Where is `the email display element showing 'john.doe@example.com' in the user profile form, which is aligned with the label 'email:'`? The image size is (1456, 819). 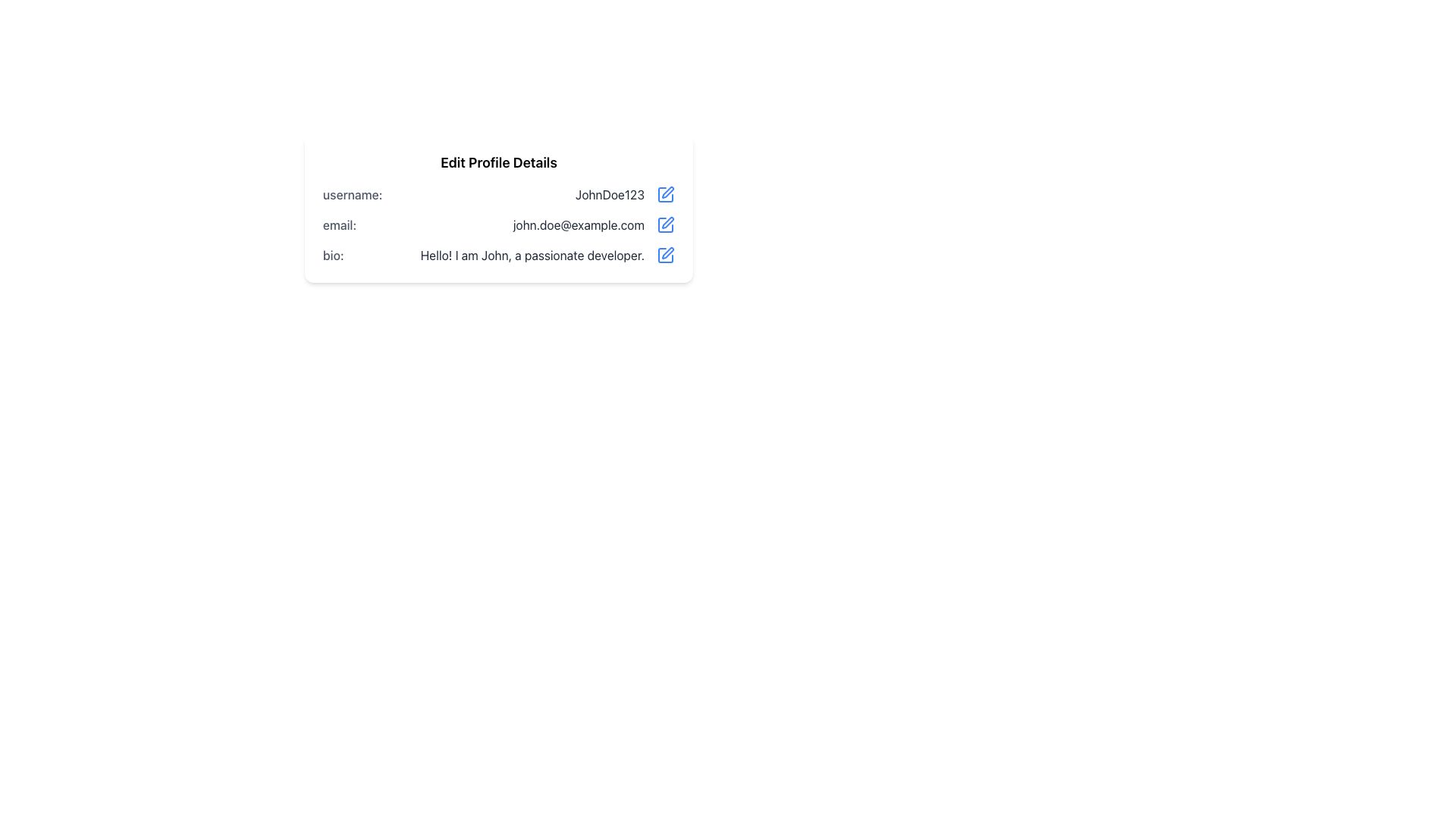
the email display element showing 'john.doe@example.com' in the user profile form, which is aligned with the label 'email:' is located at coordinates (593, 225).